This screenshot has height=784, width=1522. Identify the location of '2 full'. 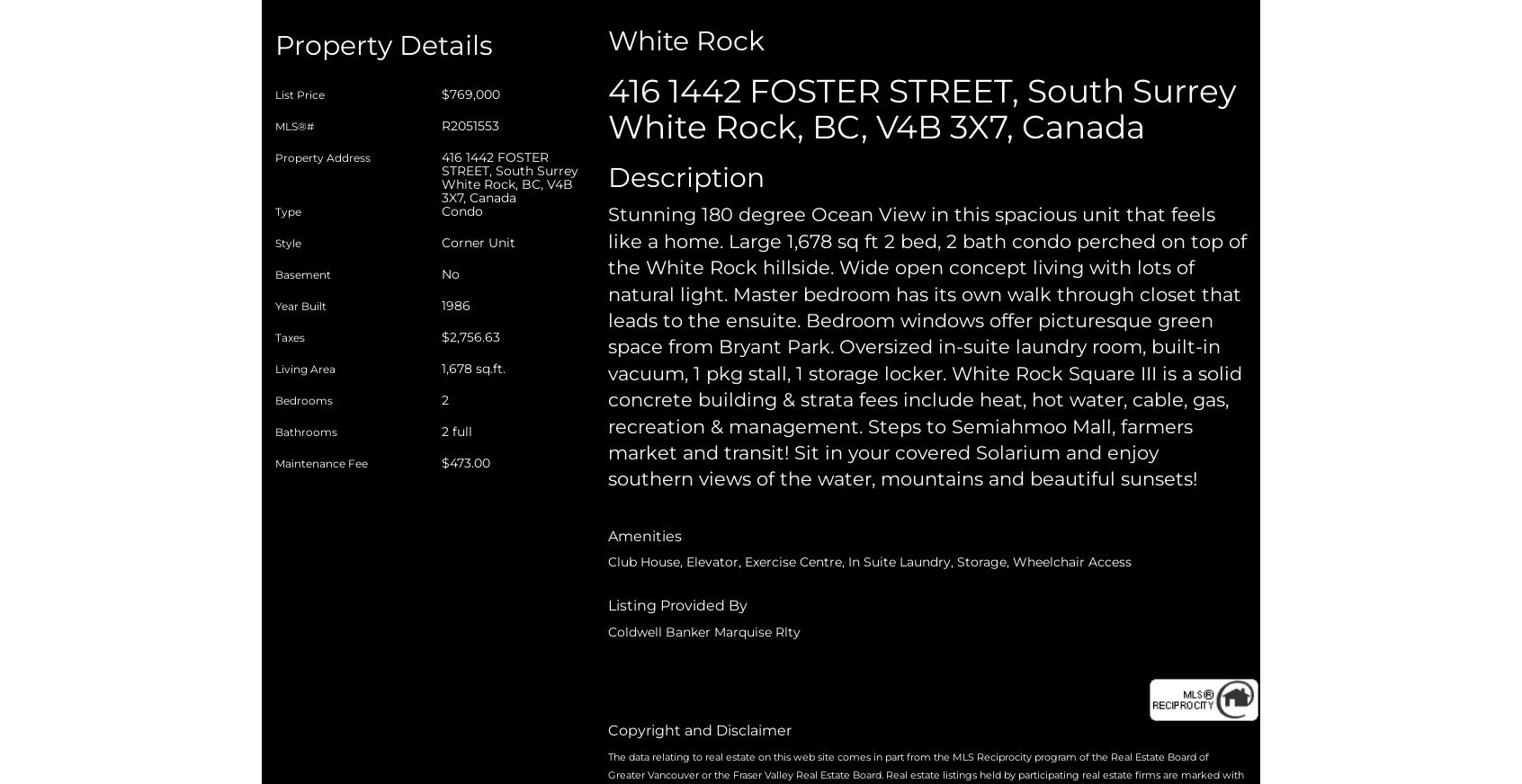
(456, 431).